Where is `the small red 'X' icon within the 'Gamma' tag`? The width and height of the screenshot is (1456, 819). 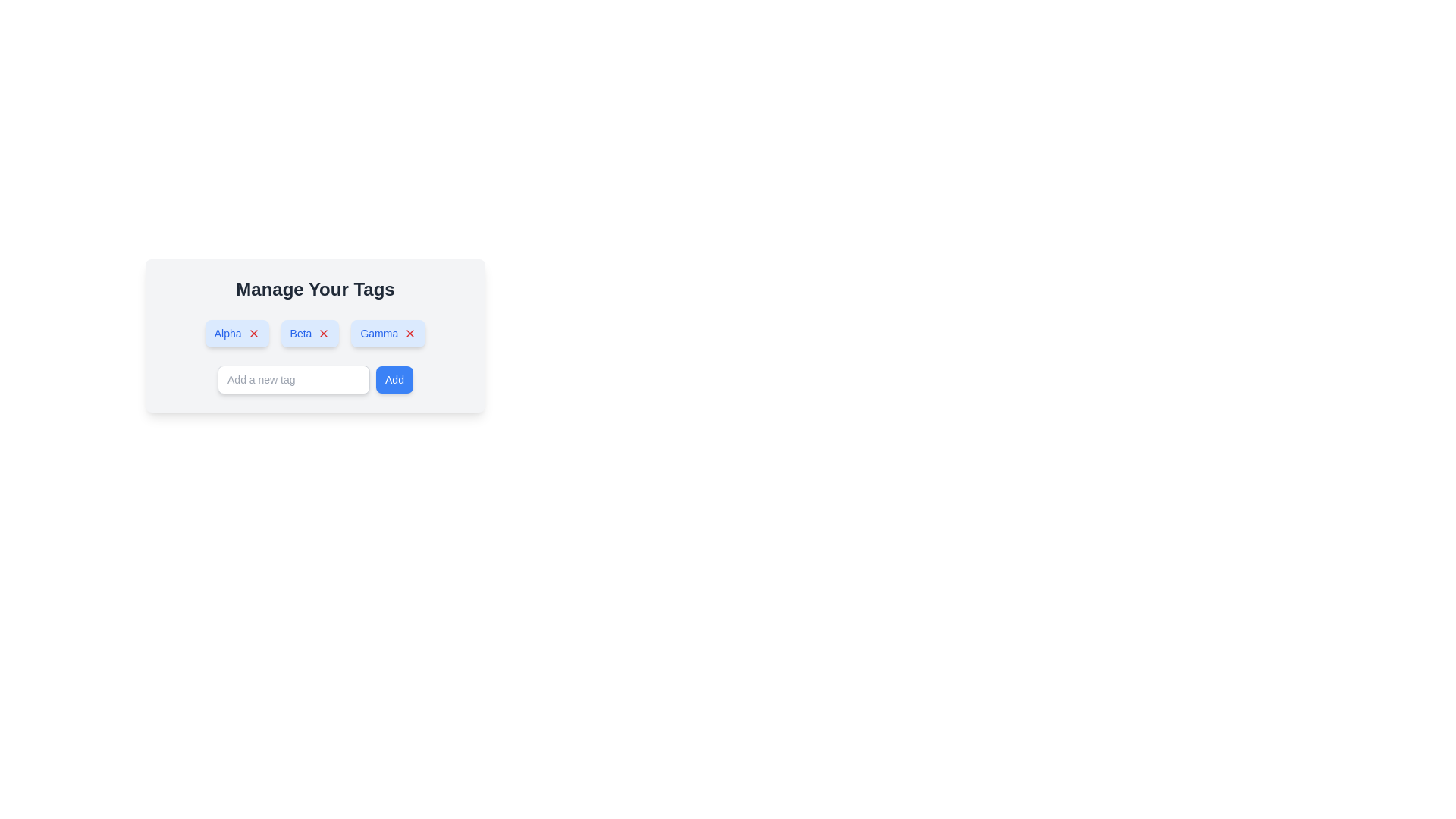
the small red 'X' icon within the 'Gamma' tag is located at coordinates (410, 332).